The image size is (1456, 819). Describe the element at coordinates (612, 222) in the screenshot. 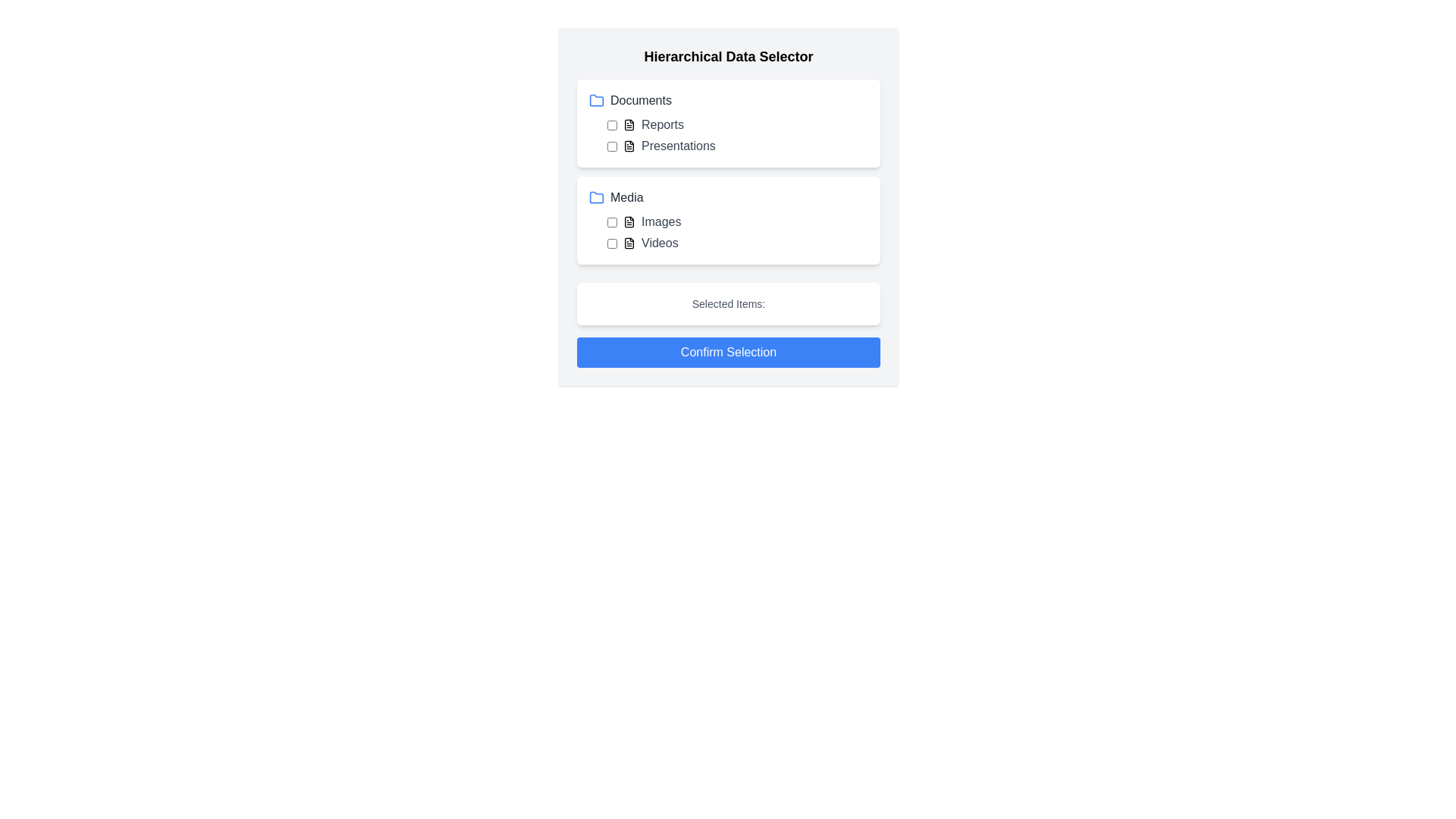

I see `the checkbox labeled 'Images' to check or uncheck it` at that location.